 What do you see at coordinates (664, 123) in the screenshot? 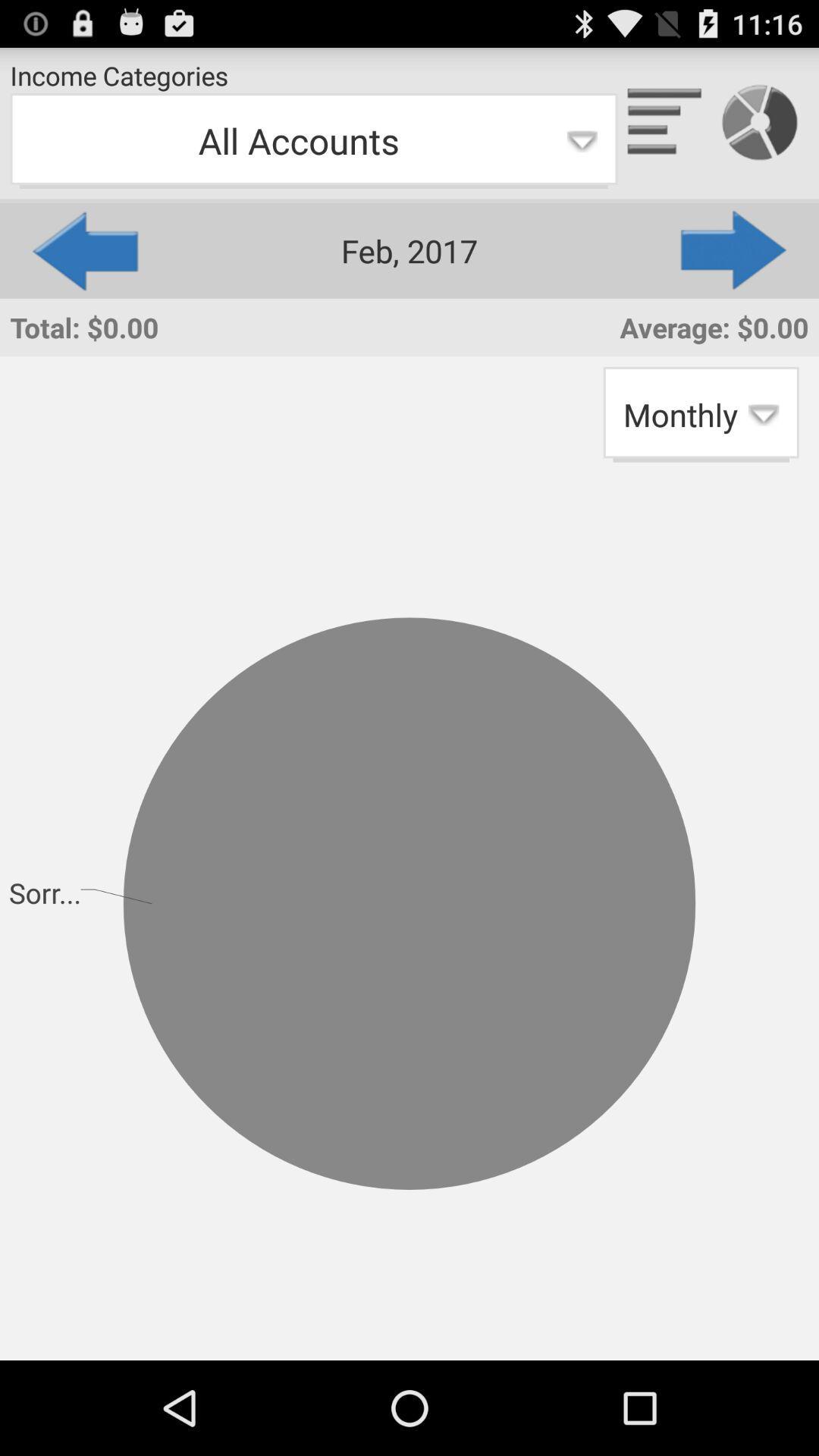
I see `the icon next to the income categories icon` at bounding box center [664, 123].